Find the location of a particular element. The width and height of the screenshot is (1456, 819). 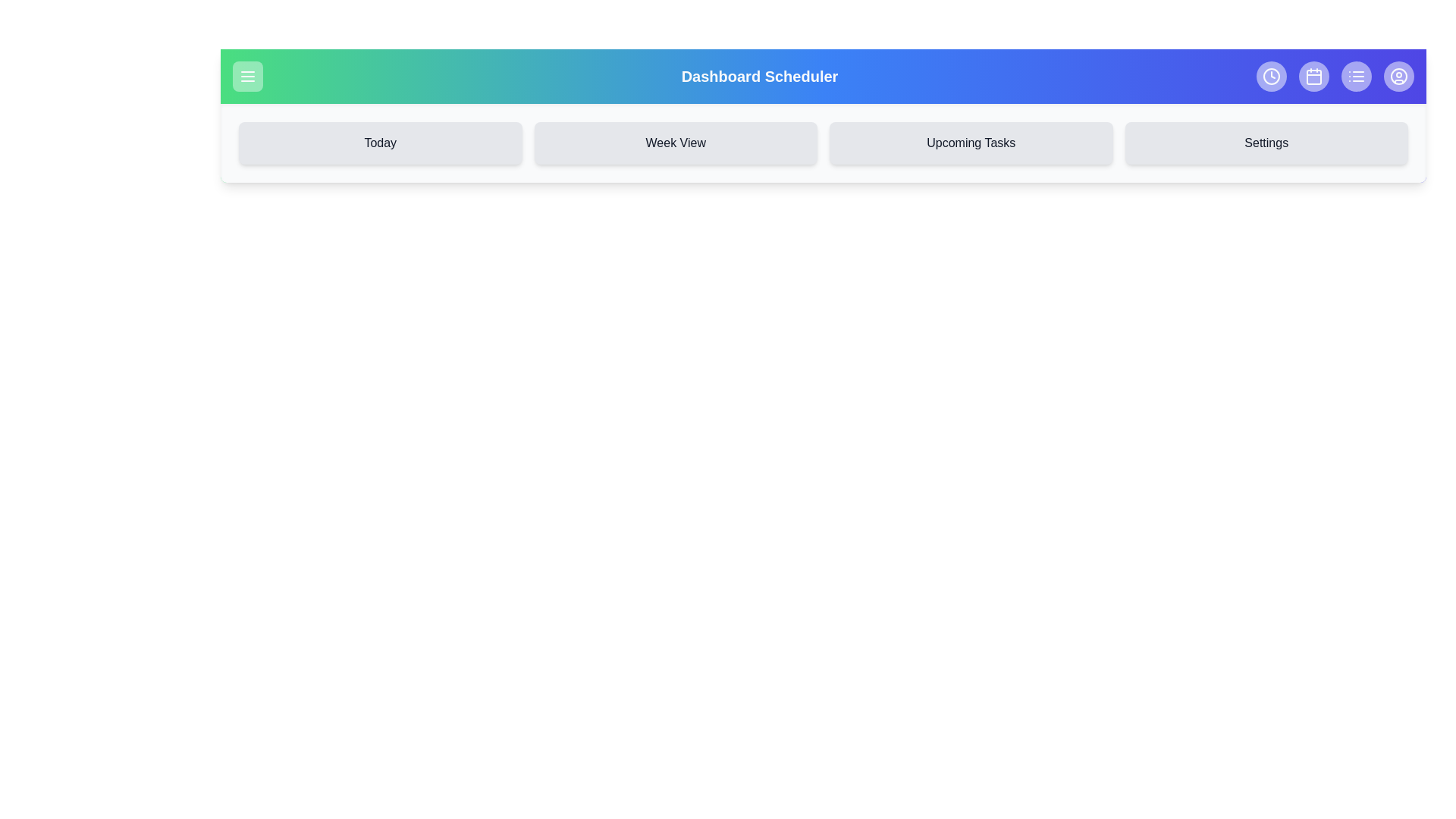

menu toggle button to toggle the menu visibility is located at coordinates (247, 76).